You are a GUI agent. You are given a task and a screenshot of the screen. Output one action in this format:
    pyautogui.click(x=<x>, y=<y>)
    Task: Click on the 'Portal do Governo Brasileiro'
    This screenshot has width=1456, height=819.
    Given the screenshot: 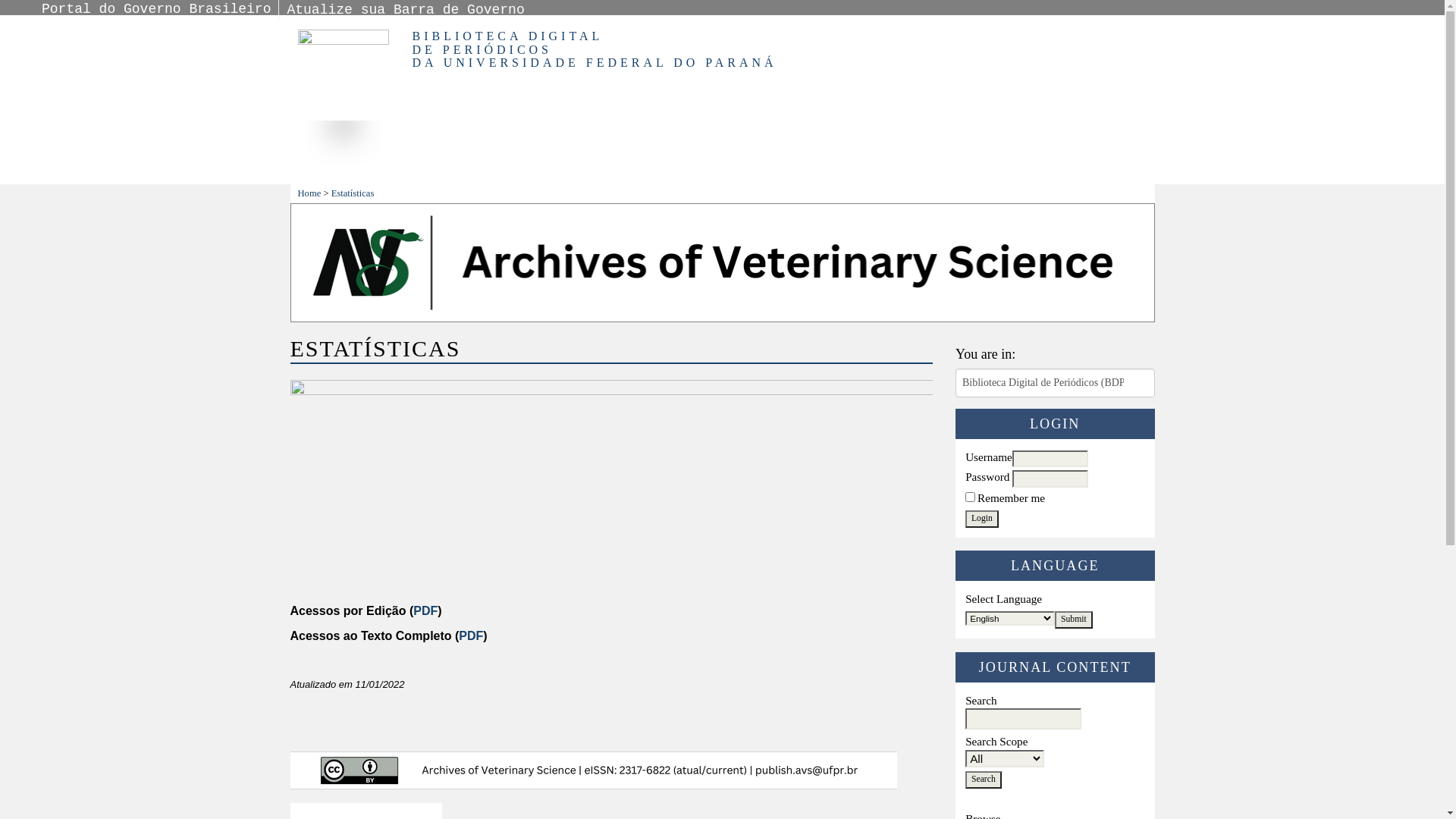 What is the action you would take?
    pyautogui.click(x=156, y=8)
    